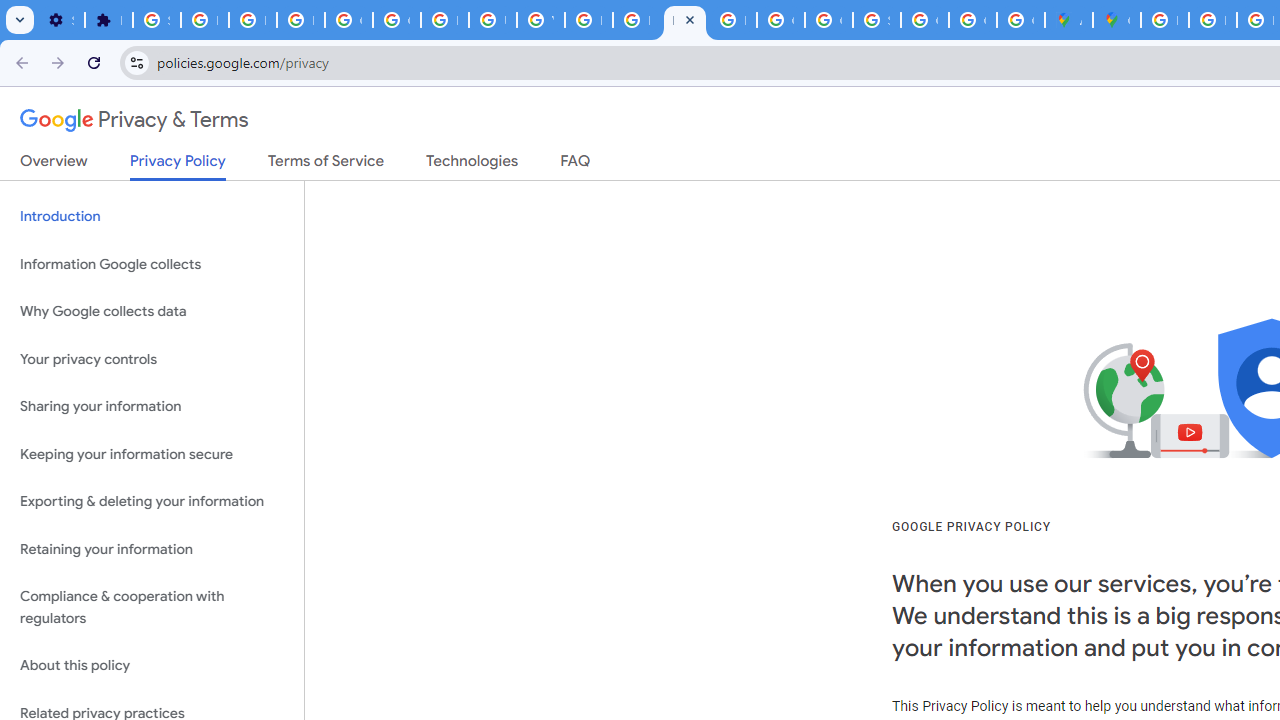  Describe the element at coordinates (1115, 20) in the screenshot. I see `'Google Maps'` at that location.